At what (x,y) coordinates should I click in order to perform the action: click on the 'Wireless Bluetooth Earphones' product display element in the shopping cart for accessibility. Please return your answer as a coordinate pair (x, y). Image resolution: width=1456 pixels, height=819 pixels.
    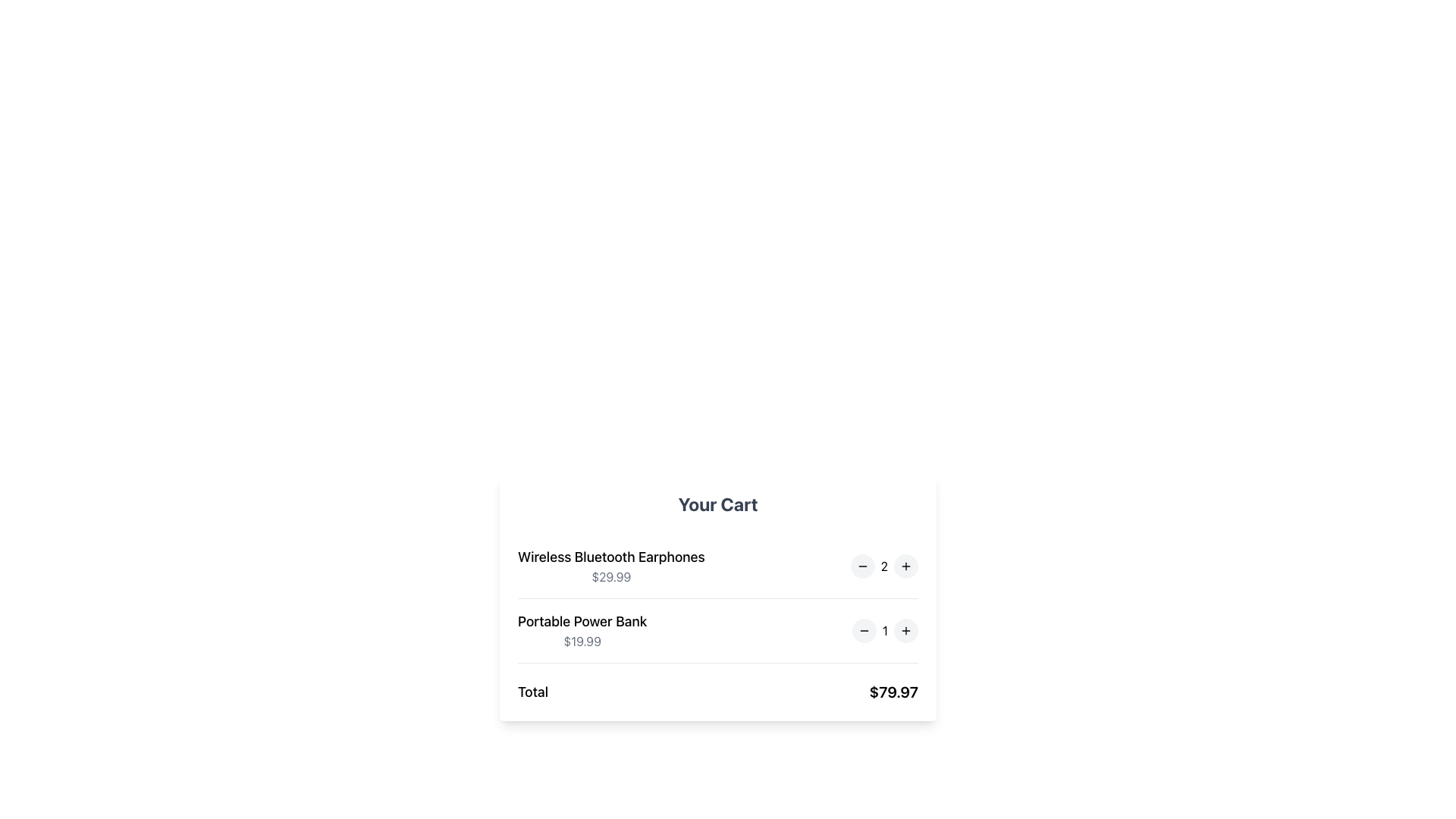
    Looking at the image, I should click on (611, 566).